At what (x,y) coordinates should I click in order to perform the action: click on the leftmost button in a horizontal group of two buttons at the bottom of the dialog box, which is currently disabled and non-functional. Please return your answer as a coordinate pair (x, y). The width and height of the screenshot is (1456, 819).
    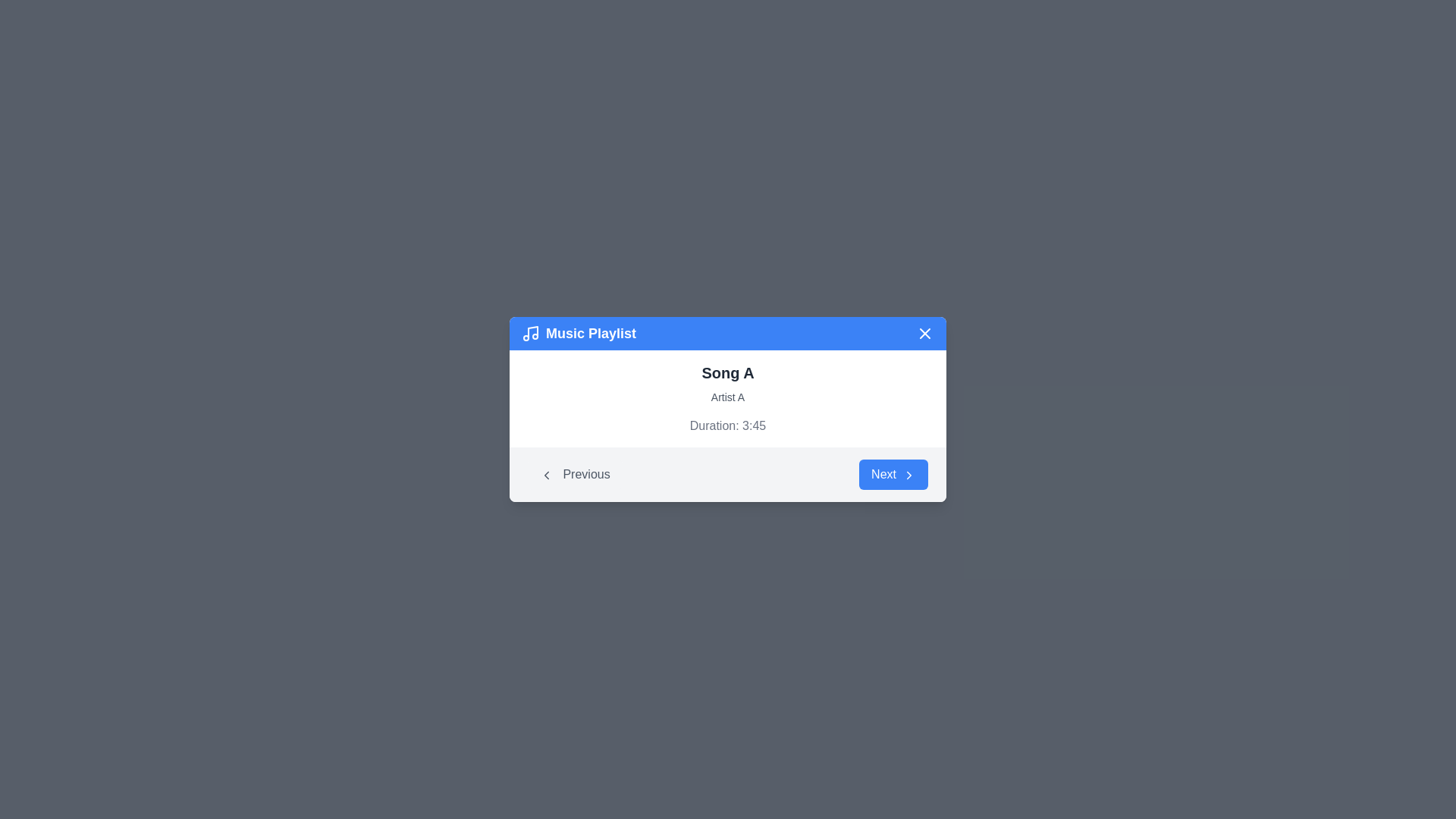
    Looking at the image, I should click on (574, 473).